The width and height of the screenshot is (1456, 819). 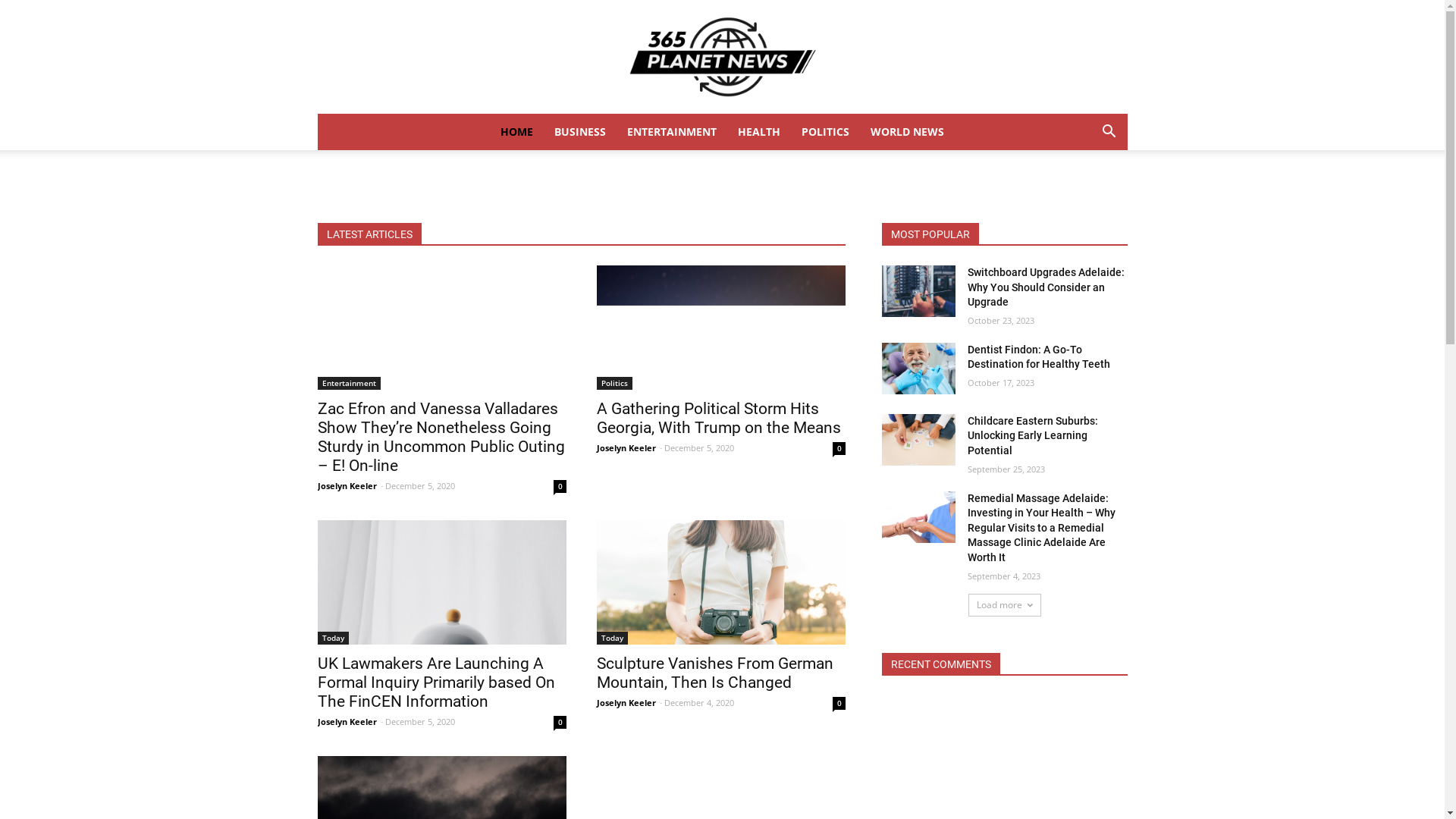 I want to click on 'Today', so click(x=611, y=638).